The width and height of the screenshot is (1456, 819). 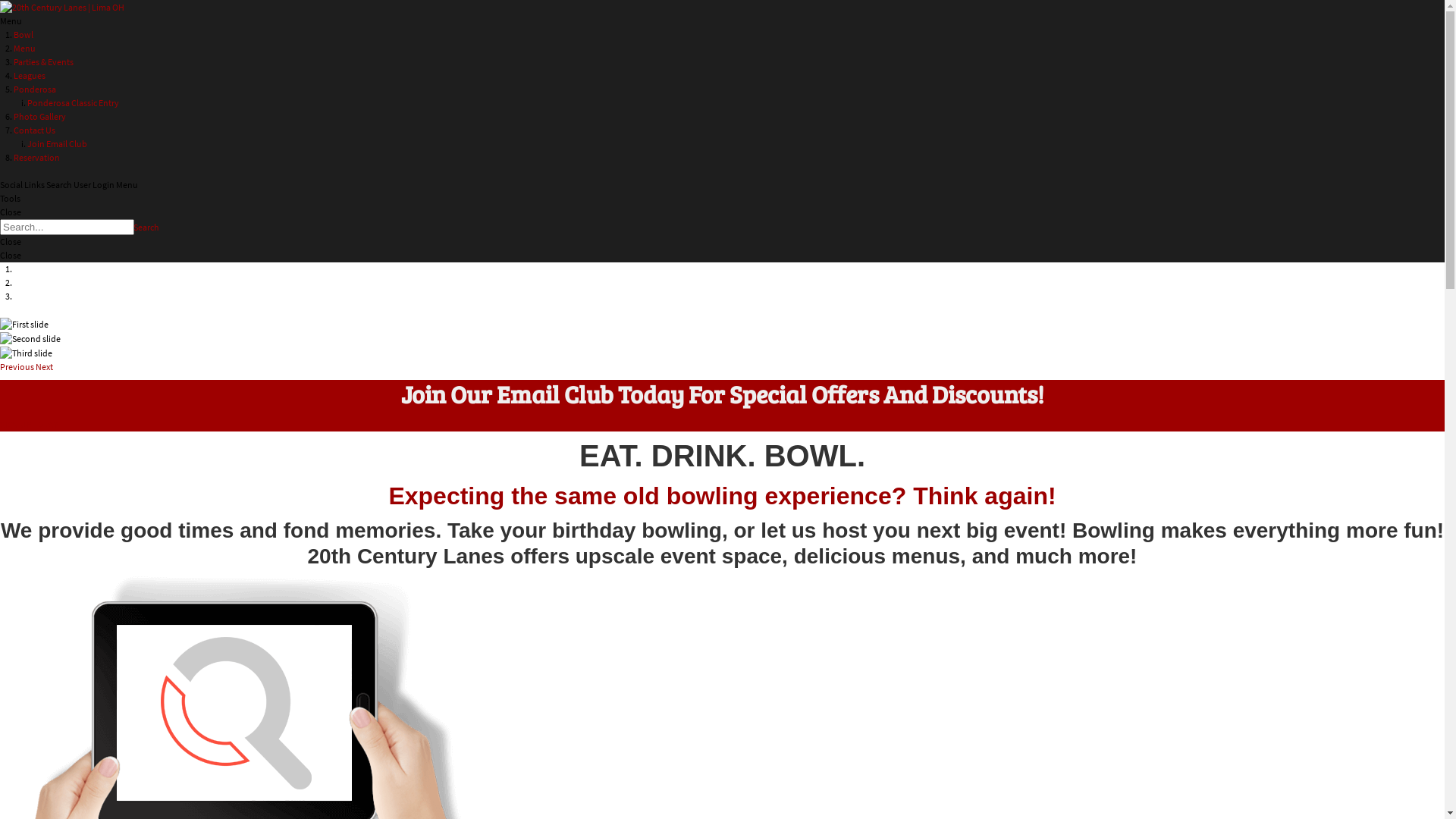 What do you see at coordinates (29, 75) in the screenshot?
I see `'Leagues'` at bounding box center [29, 75].